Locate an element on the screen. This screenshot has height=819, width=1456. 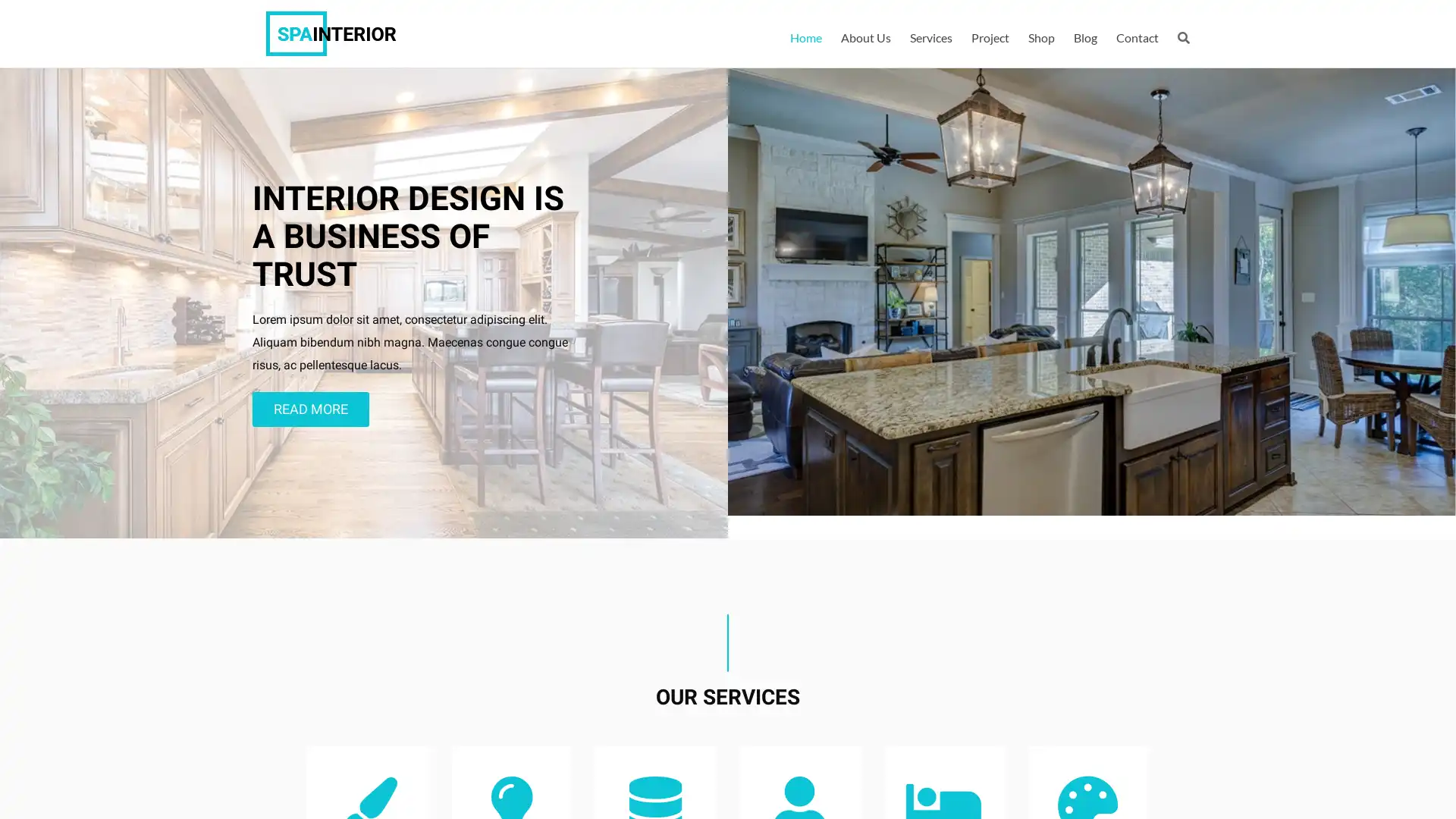
READ MORE is located at coordinates (309, 409).